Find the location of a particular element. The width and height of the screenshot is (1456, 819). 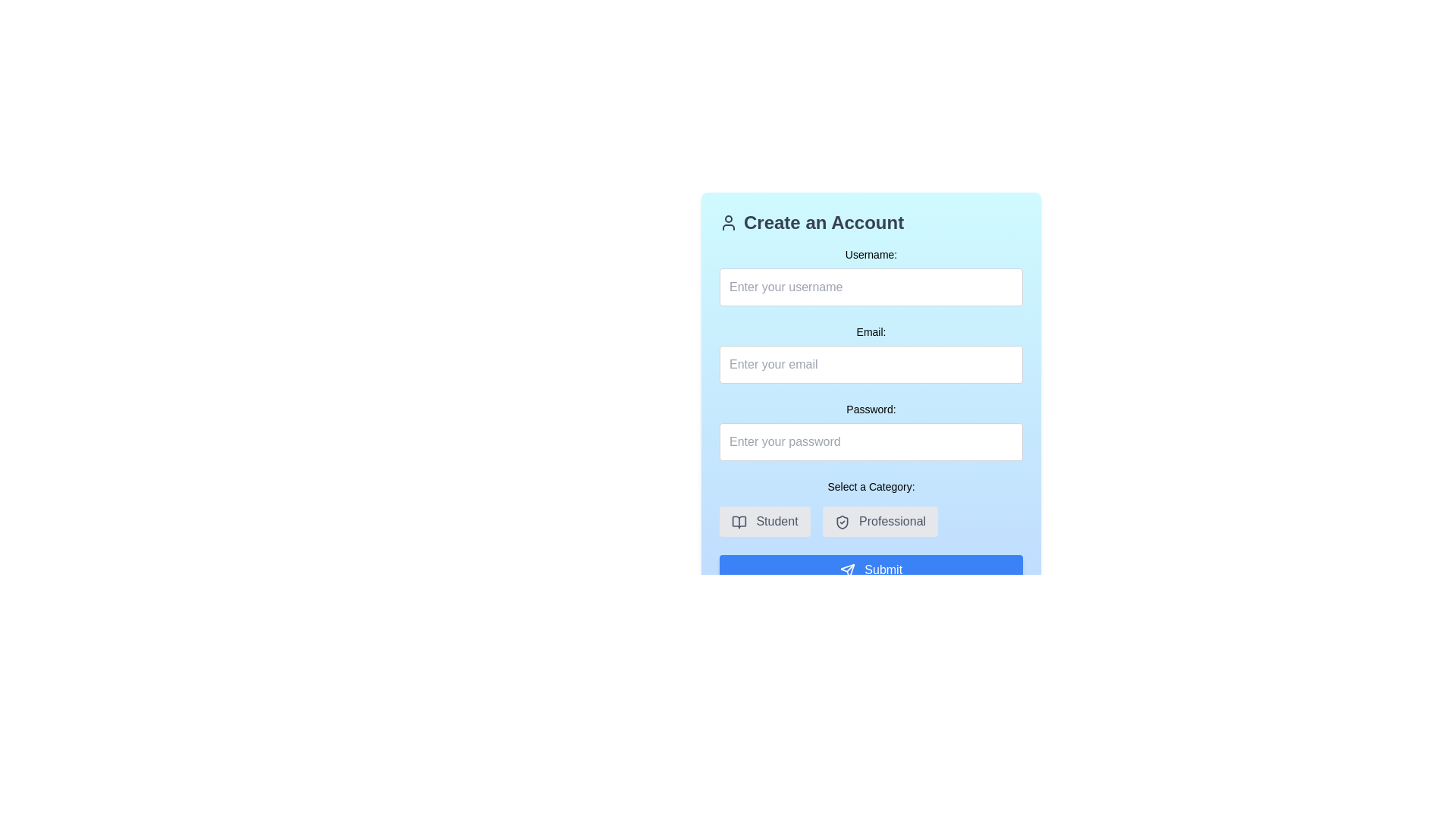

'Username:' label, which is a textual label in medium-sized font with a black font on a light blue background, located at the top of the form above the username input field is located at coordinates (871, 253).